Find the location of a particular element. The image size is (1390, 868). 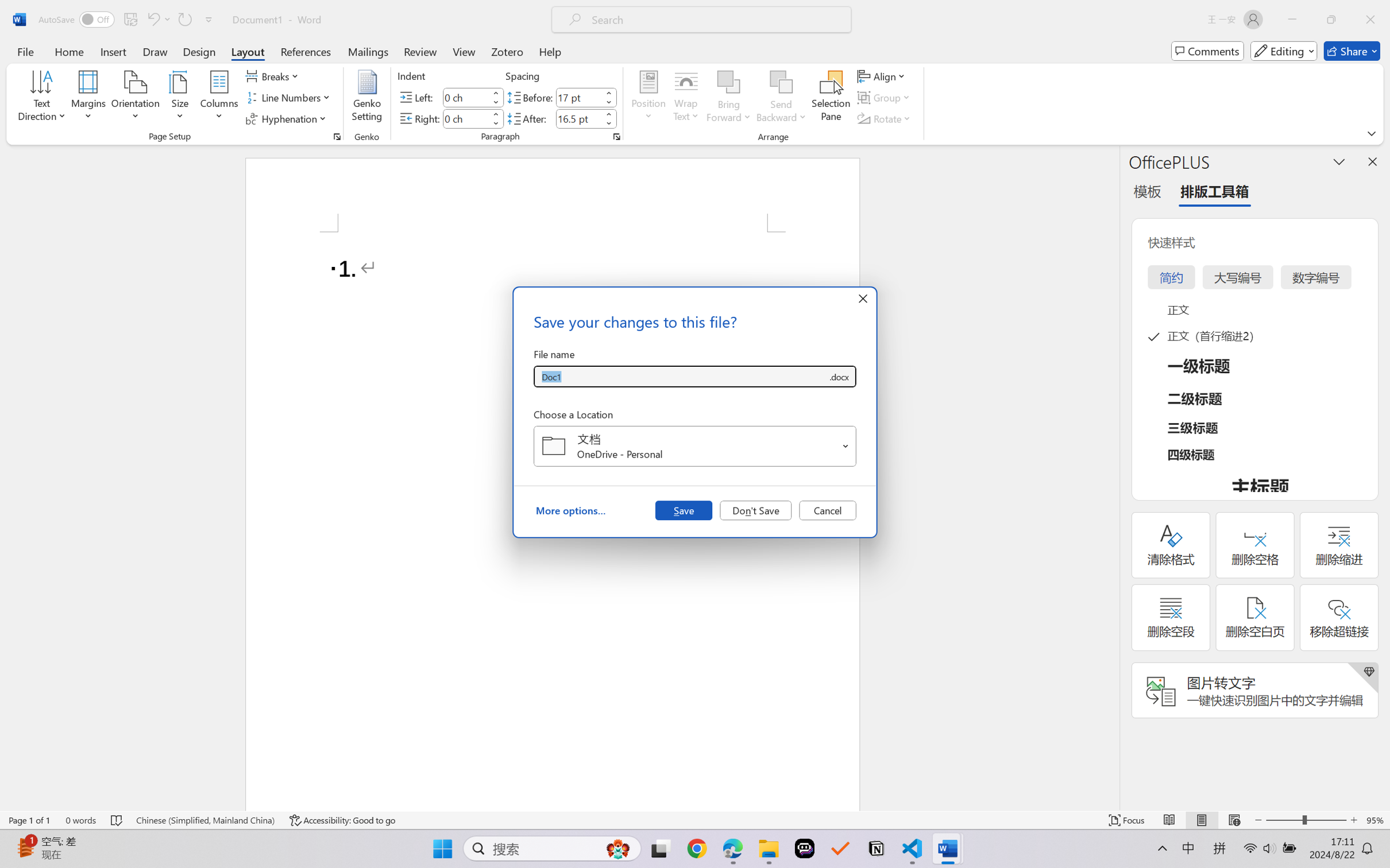

'Cancel' is located at coordinates (827, 509).